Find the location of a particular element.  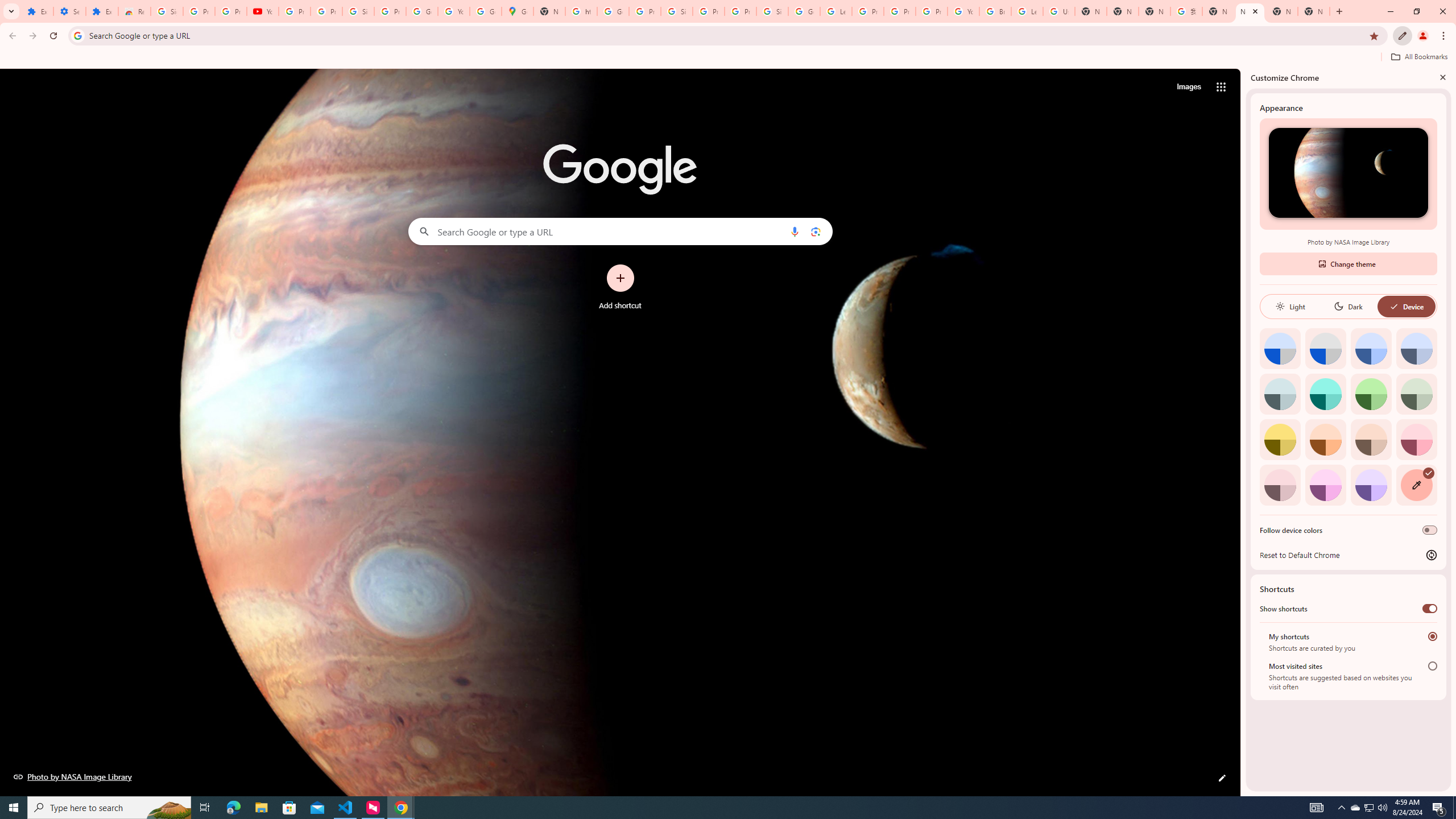

'Pink' is located at coordinates (1280, 484).